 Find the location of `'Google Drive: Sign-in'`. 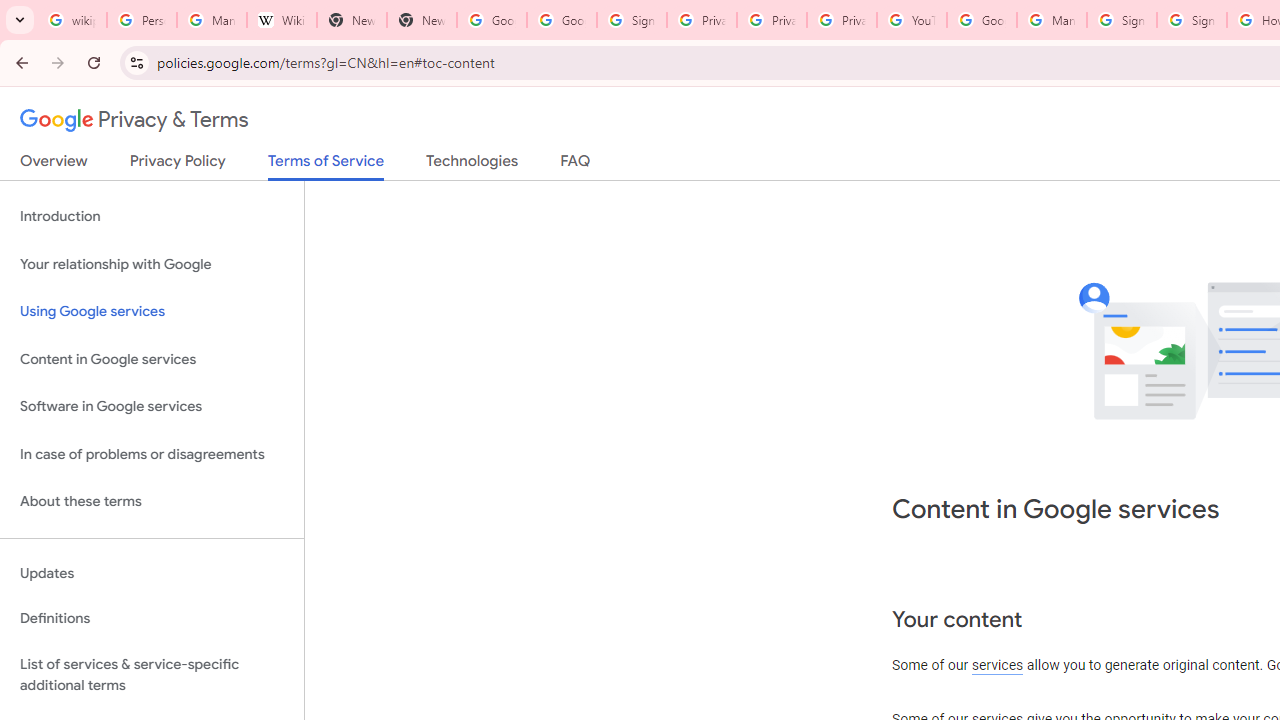

'Google Drive: Sign-in' is located at coordinates (560, 20).